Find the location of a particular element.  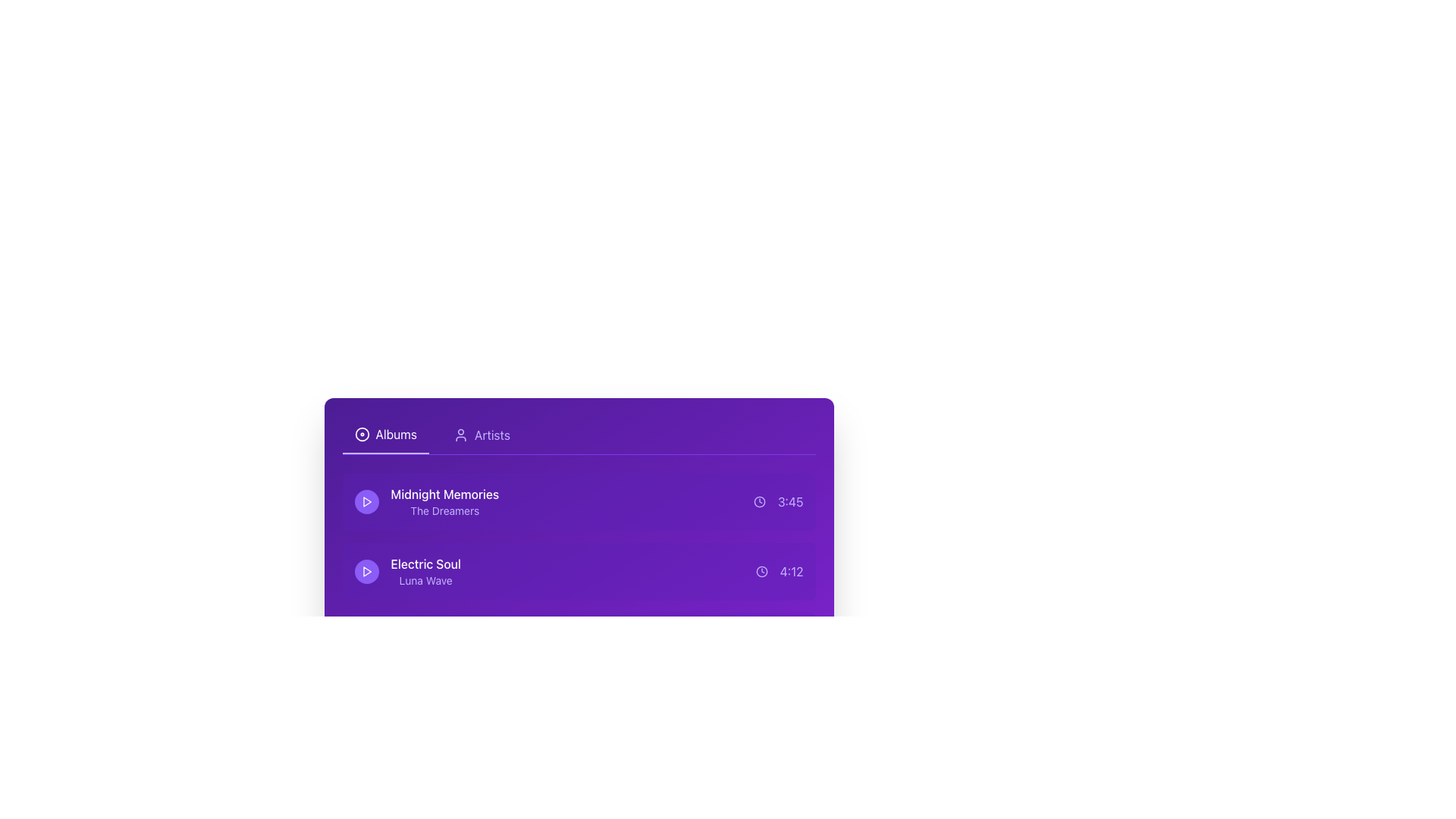

the text label indicating the duration of the music track associated with the second entry in the list under the 'Albums' section to understand the track duration is located at coordinates (791, 571).